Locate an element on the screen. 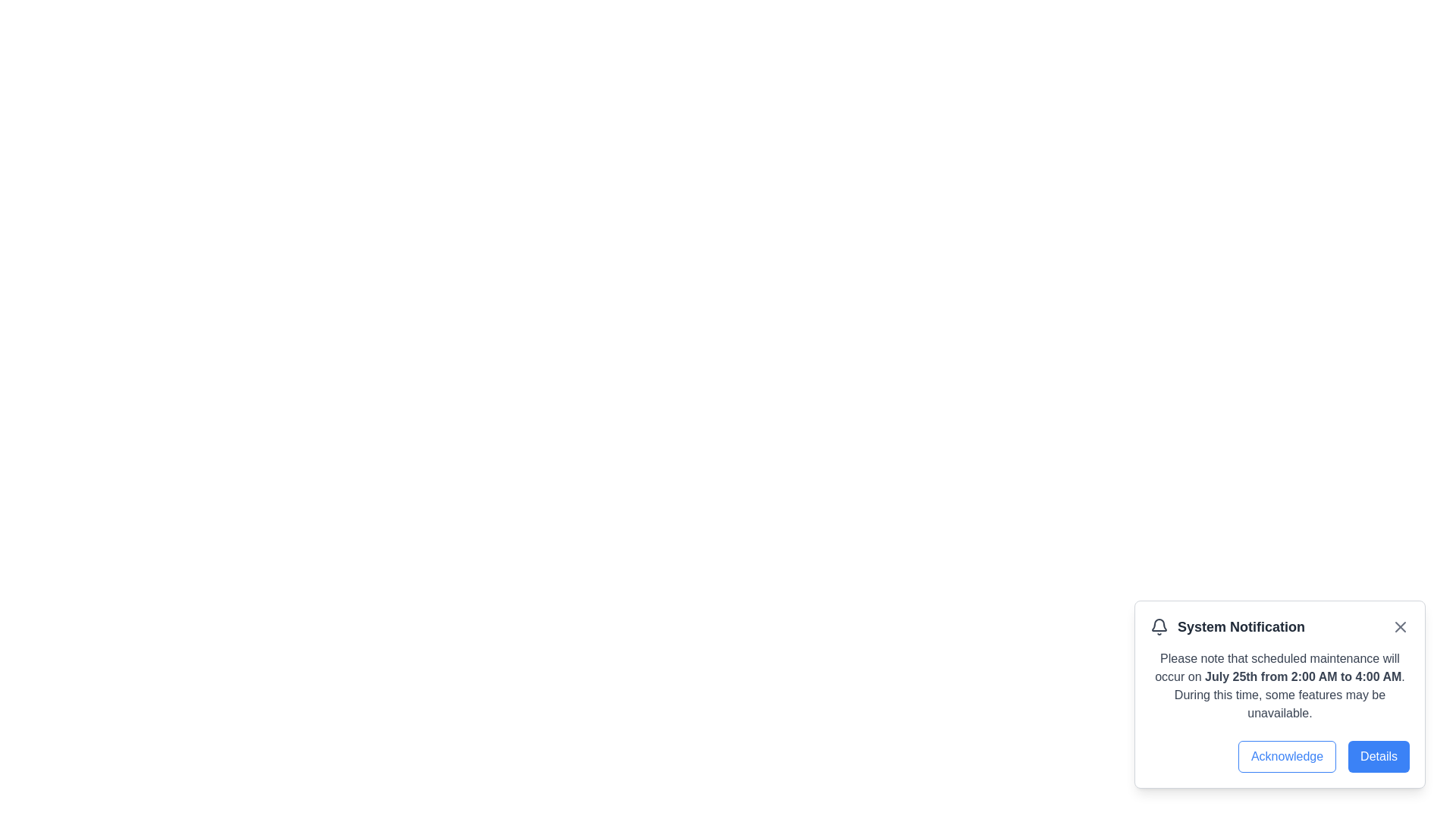 The image size is (1456, 819). title 'System Notification' from the header bar located at the top of the notification modal, which includes a bell icon on the left and a close 'X' button on the right is located at coordinates (1279, 626).